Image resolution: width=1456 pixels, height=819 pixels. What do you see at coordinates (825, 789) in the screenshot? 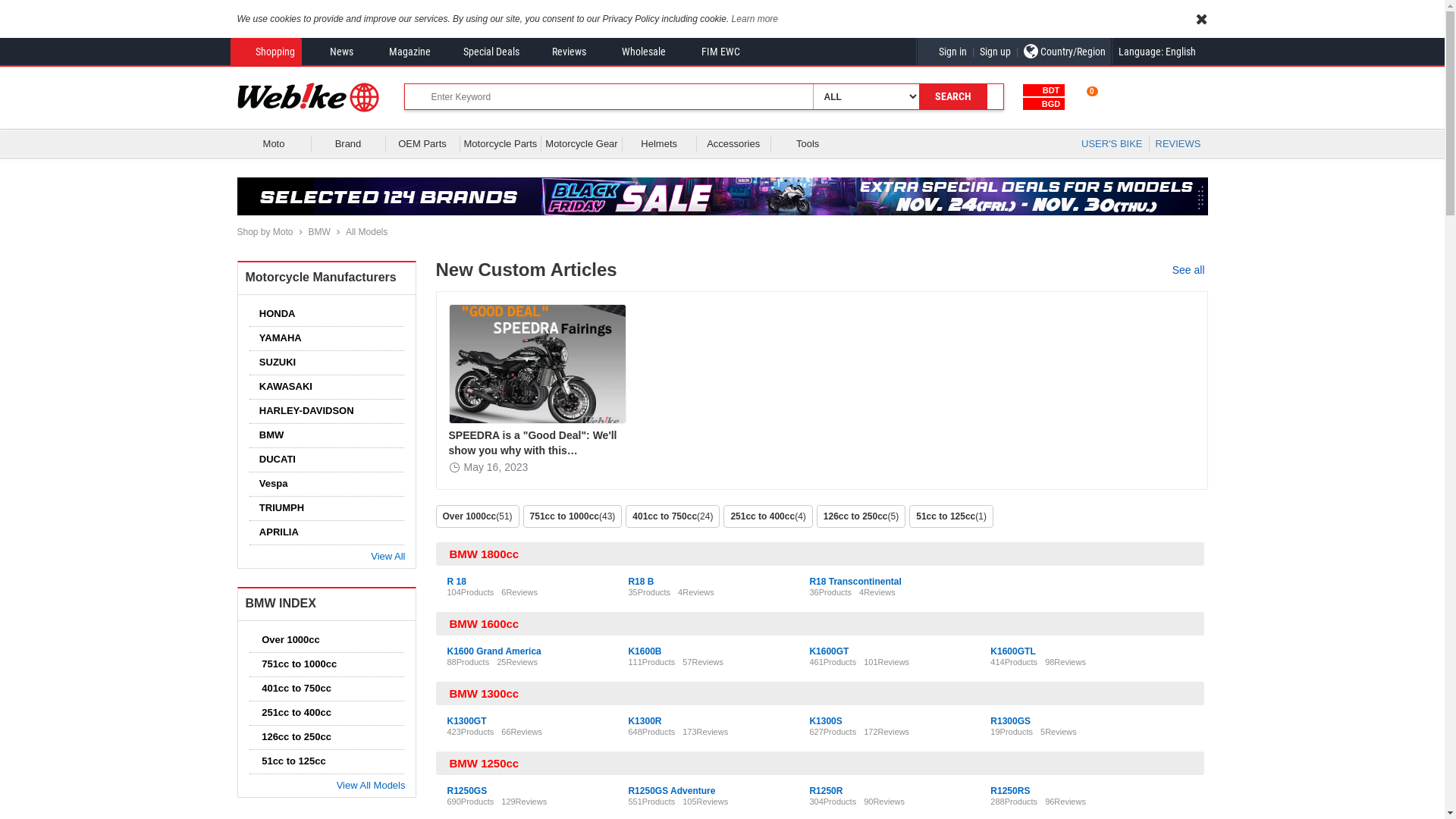
I see `'R1250R'` at bounding box center [825, 789].